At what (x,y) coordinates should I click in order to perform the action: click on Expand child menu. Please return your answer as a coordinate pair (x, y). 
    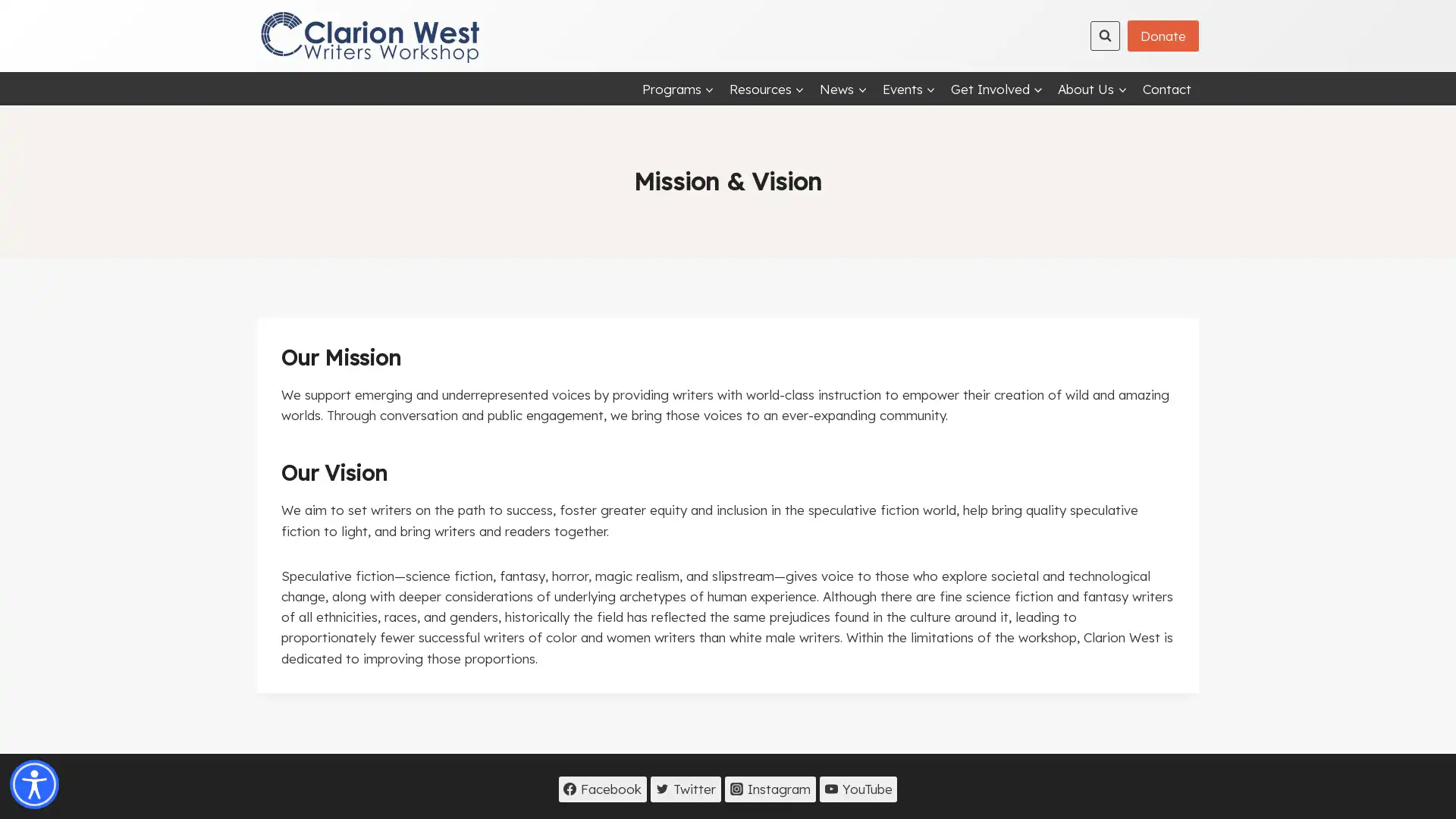
    Looking at the image, I should click on (908, 88).